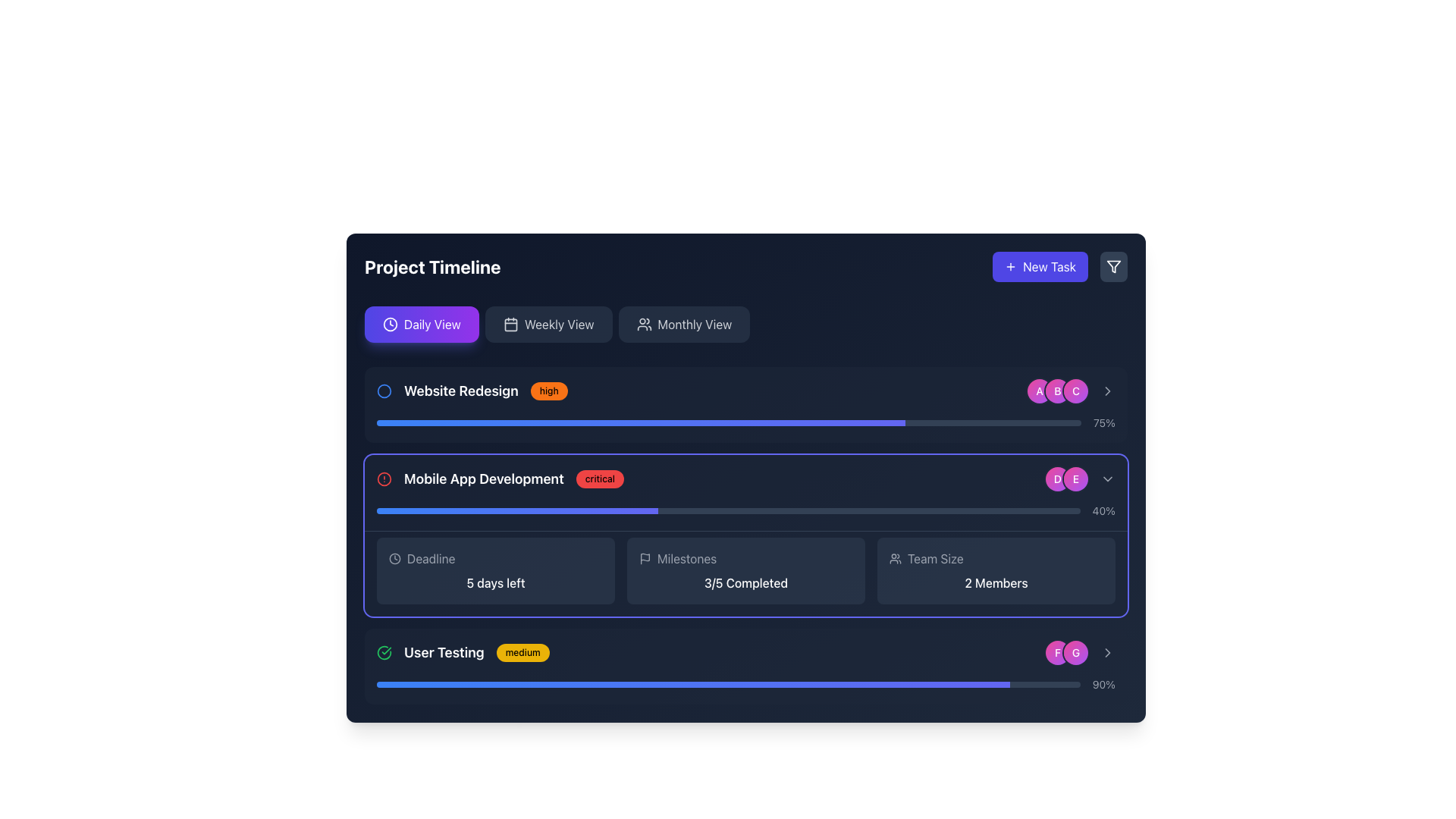 The height and width of the screenshot is (819, 1456). I want to click on the styling of the flag icon located to the left of the 'Milestones' text in the 'Mobile App Development' project milestone section, so click(645, 558).